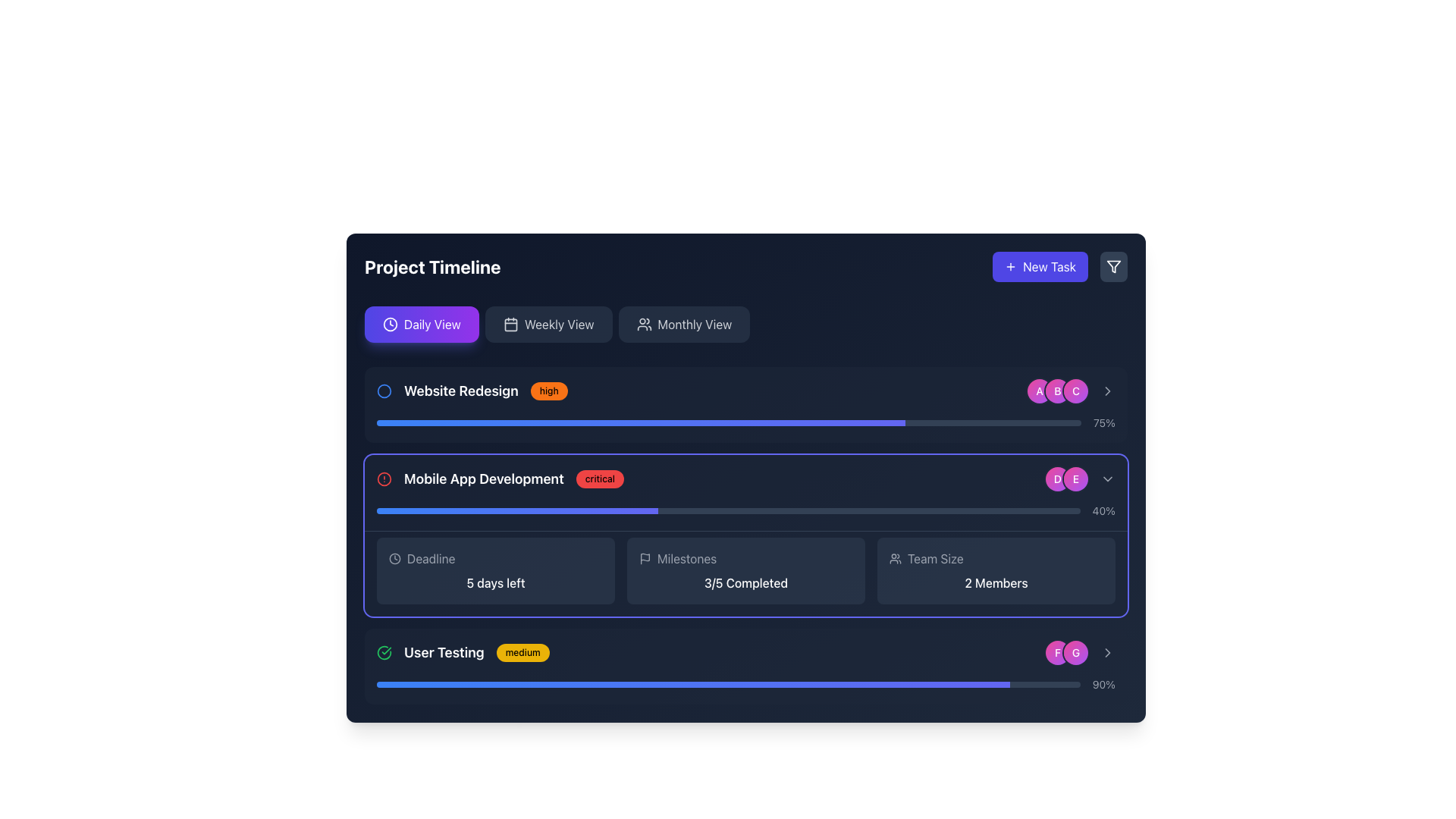 The height and width of the screenshot is (819, 1456). I want to click on the styling of the flag icon located to the left of the 'Milestones' text in the 'Mobile App Development' project milestone section, so click(645, 558).